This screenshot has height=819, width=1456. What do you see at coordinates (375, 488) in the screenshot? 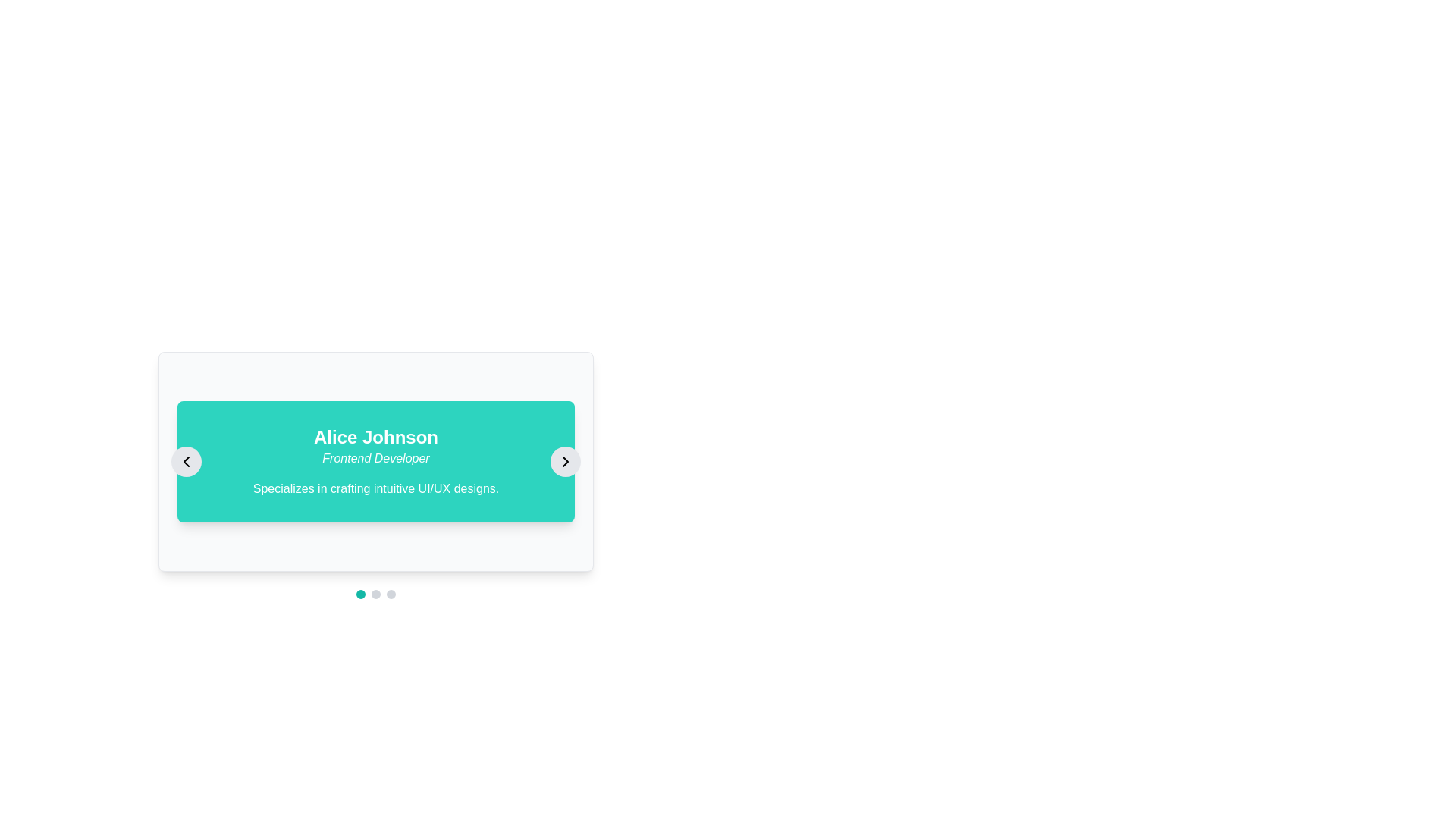
I see `the bottom-most text label within a teal card that supports the profile information, located below the text 'Frontend Developer.'` at bounding box center [375, 488].